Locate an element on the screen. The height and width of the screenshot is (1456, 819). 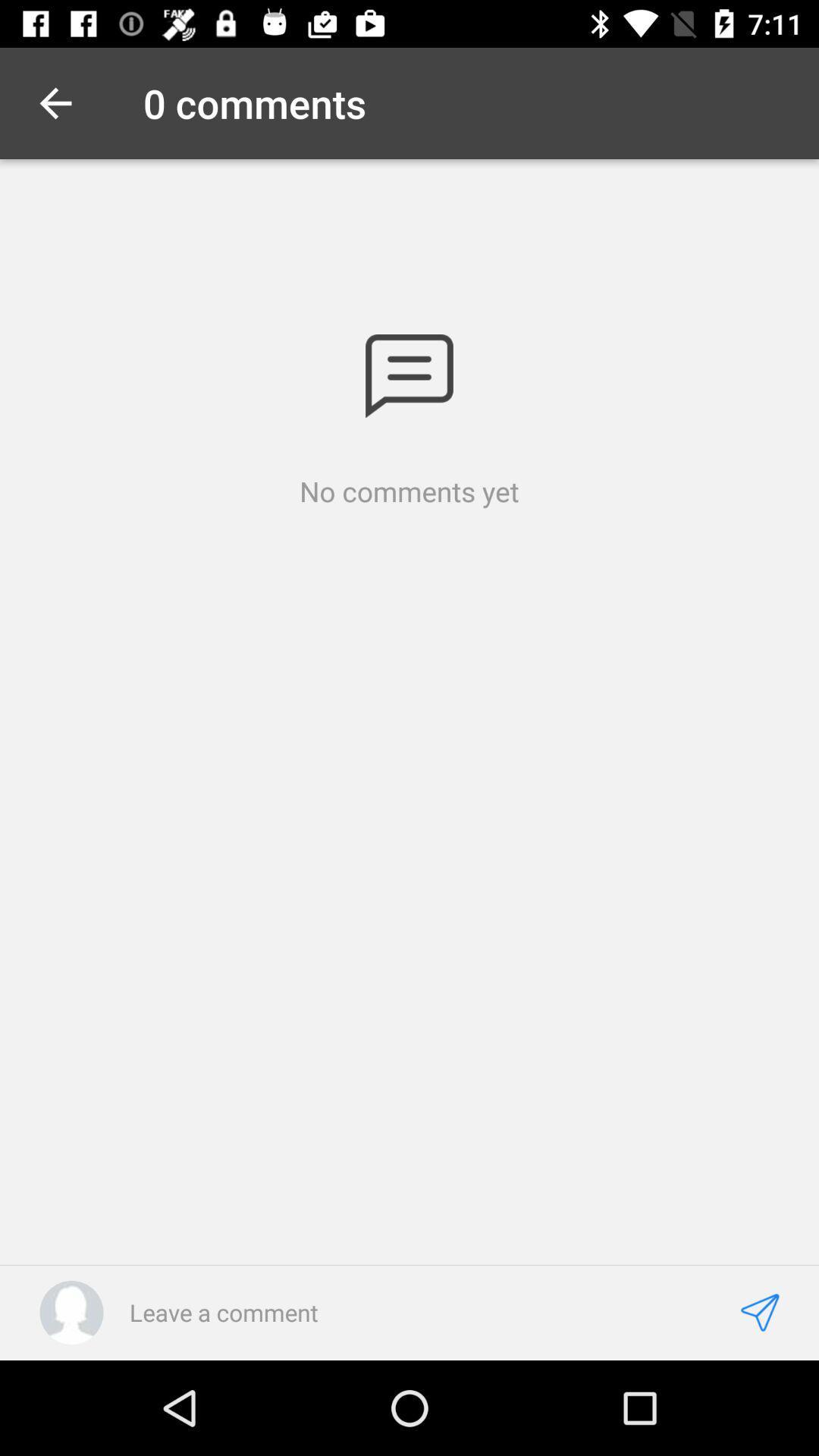
item to the left of 0 comments is located at coordinates (55, 102).